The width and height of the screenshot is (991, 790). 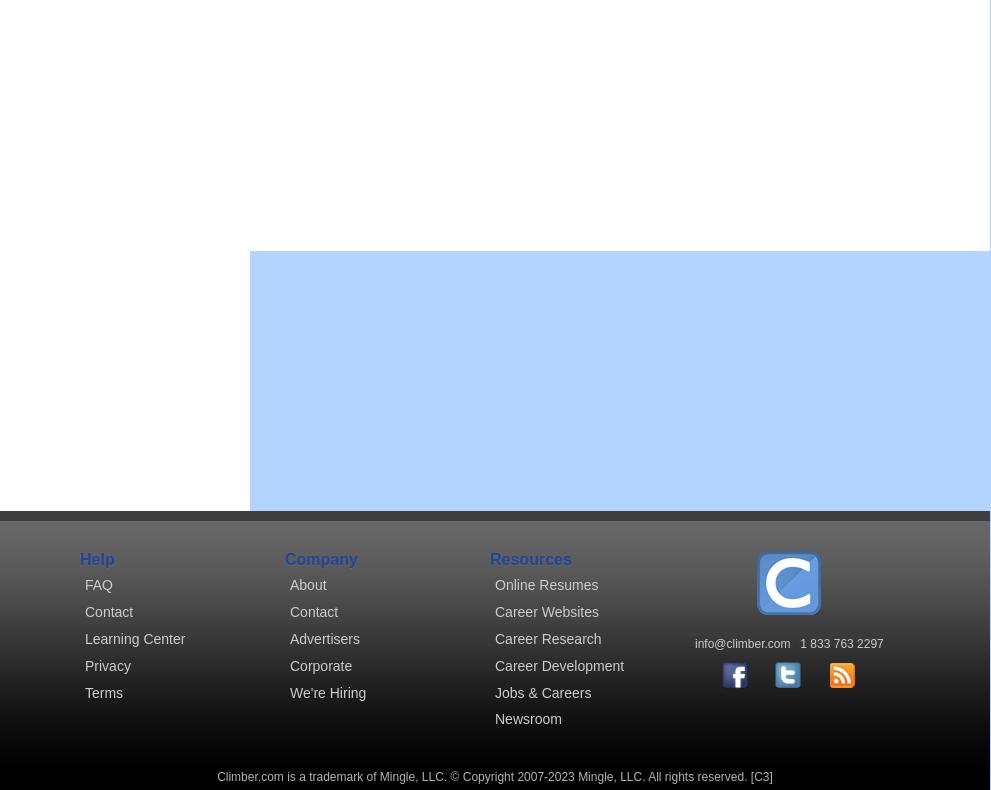 I want to click on '1 833 763 2297', so click(x=800, y=644).